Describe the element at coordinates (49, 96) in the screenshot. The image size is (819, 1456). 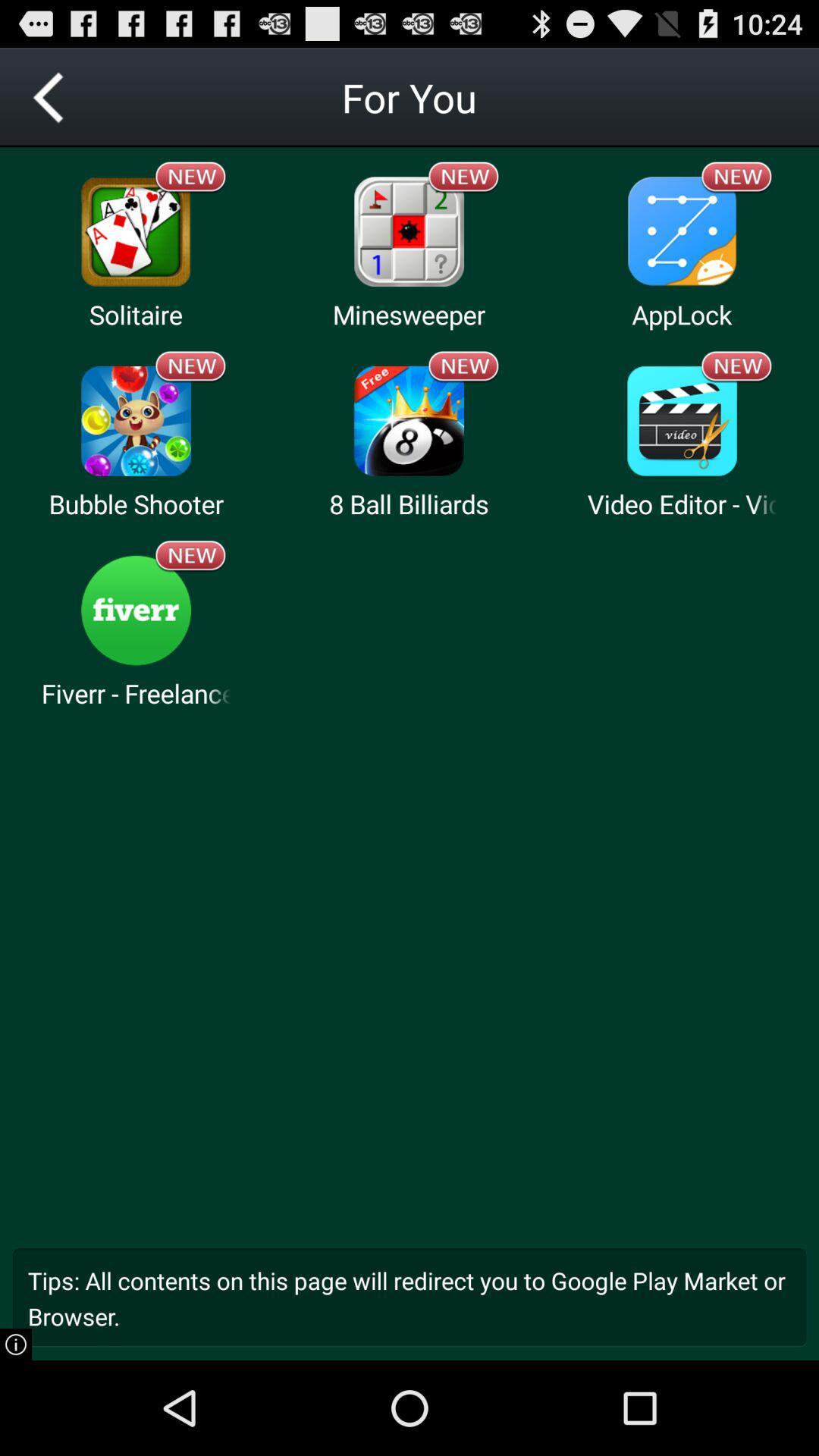
I see `go back` at that location.